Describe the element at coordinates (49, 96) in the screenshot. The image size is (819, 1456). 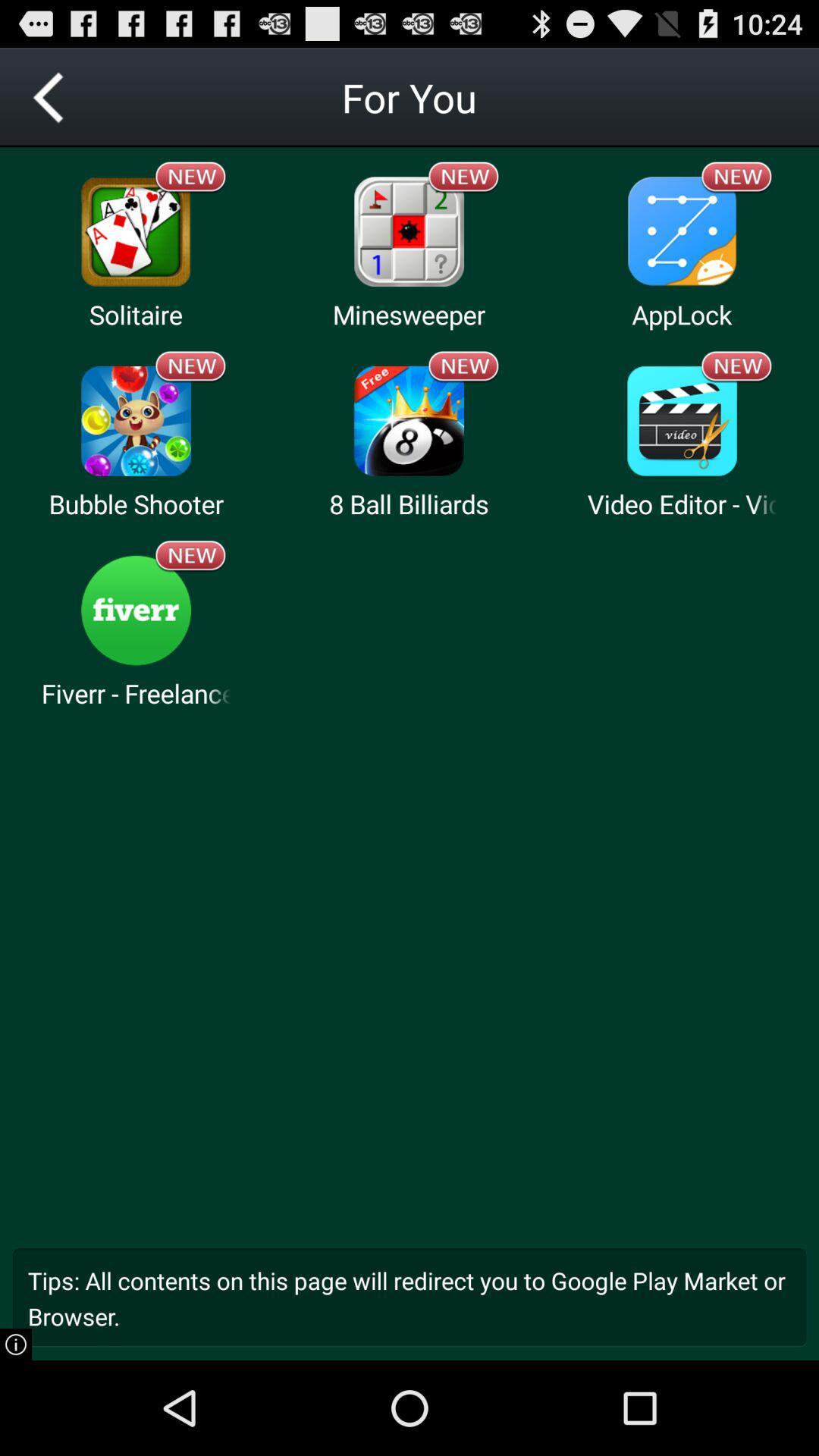
I see `go back` at that location.